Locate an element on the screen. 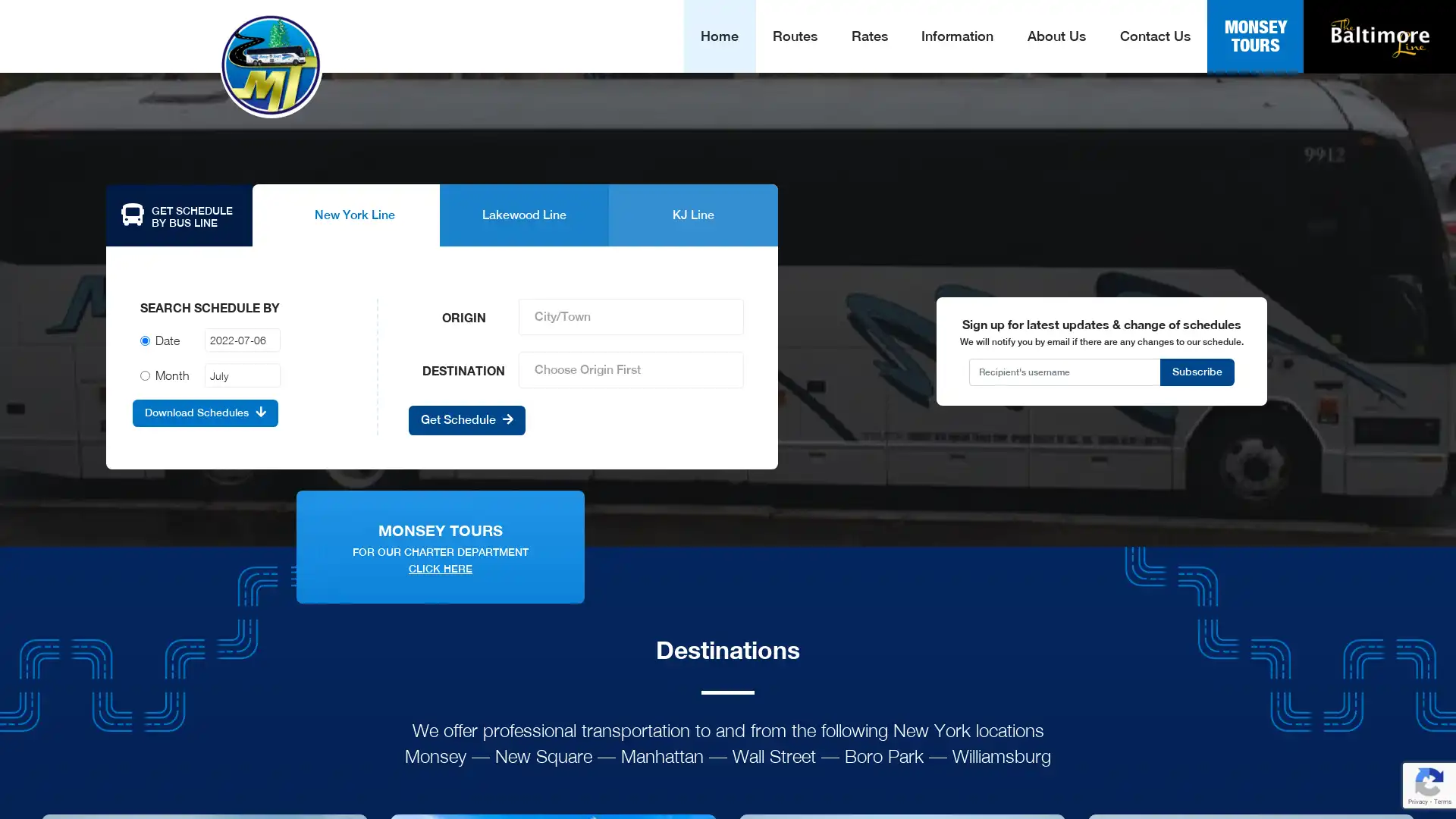 The height and width of the screenshot is (819, 1456). Get Schedule is located at coordinates (466, 419).